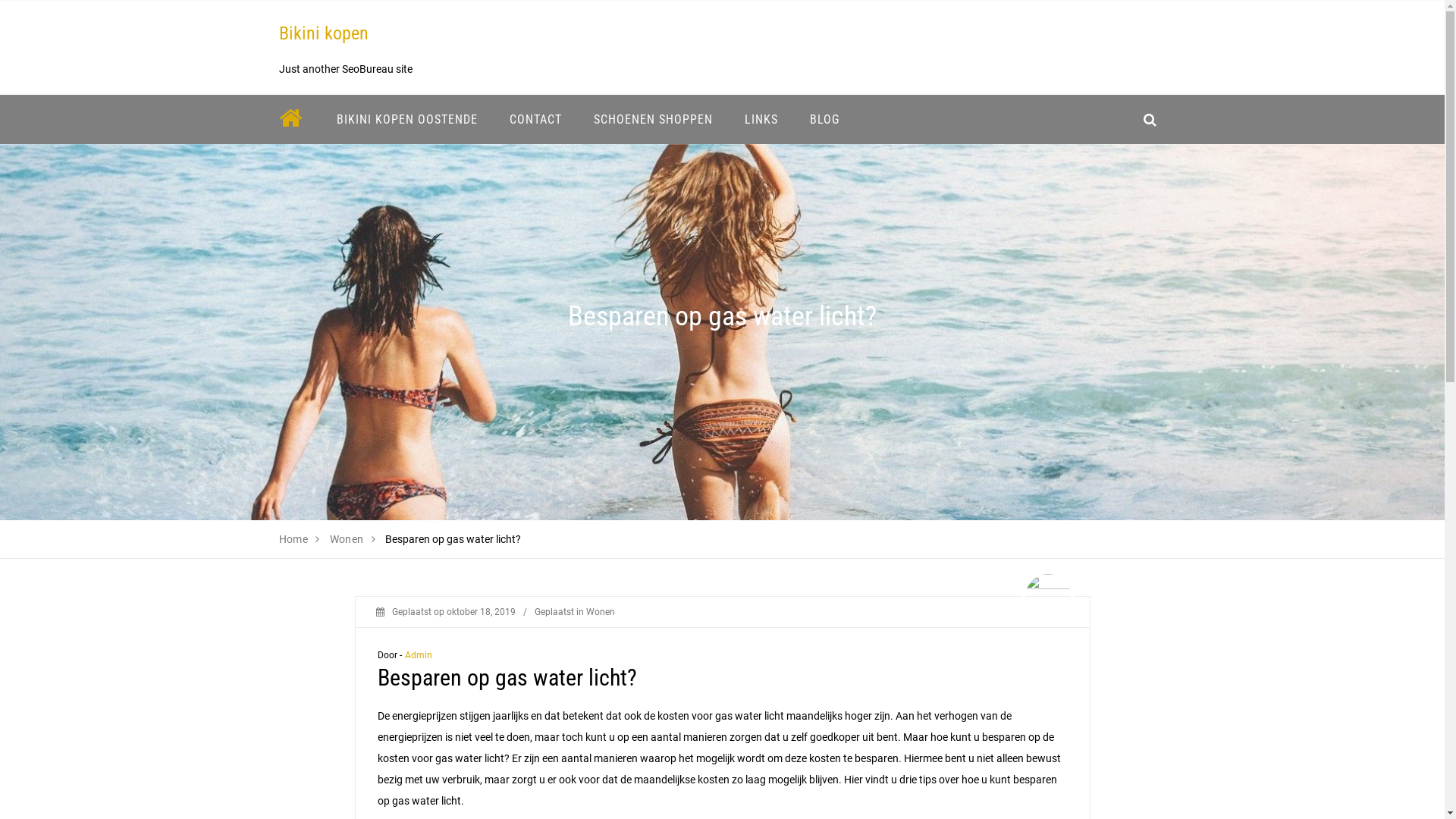  Describe the element at coordinates (293, 538) in the screenshot. I see `'Home'` at that location.